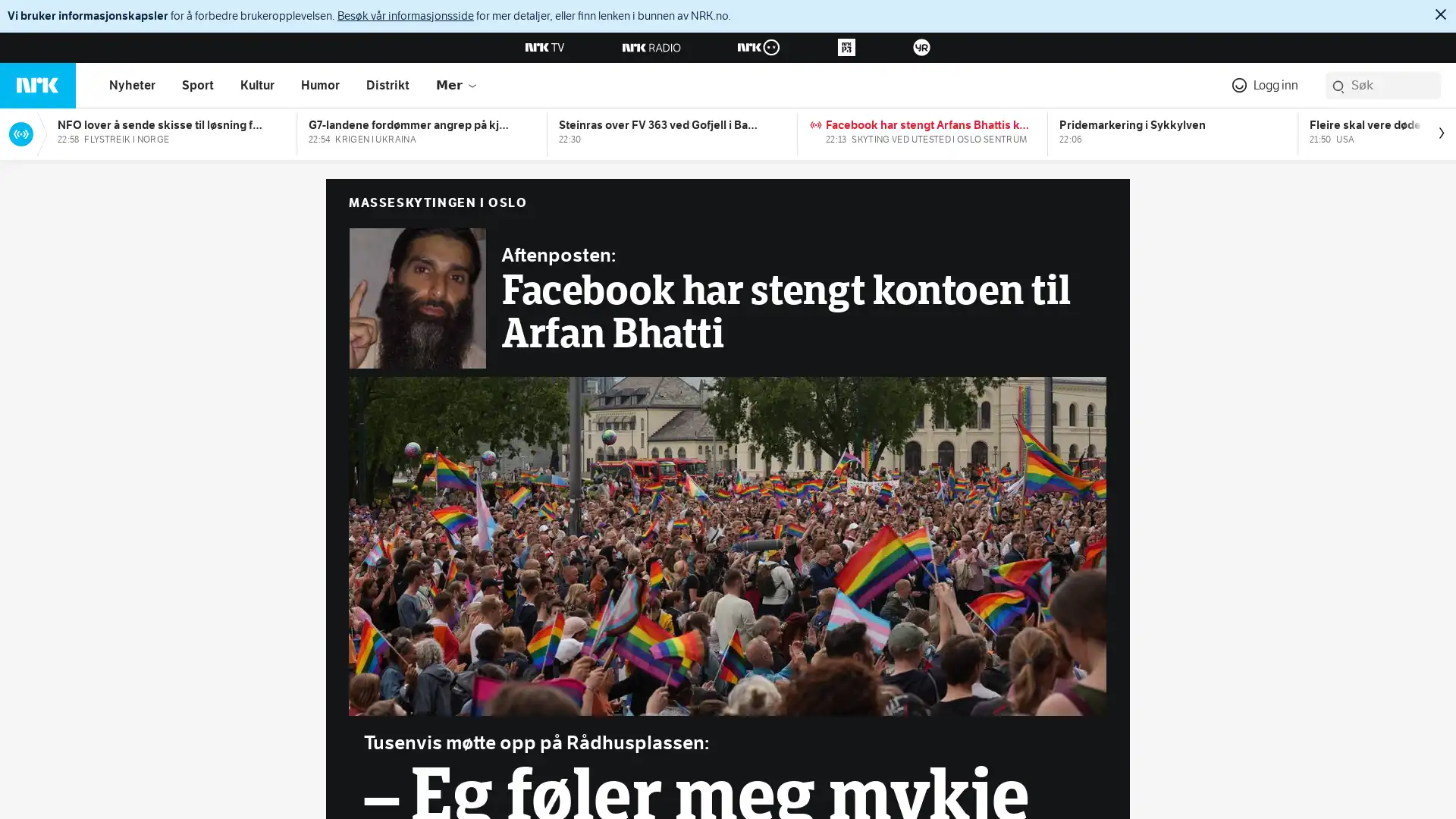  Describe the element at coordinates (171, 130) in the screenshot. I see `NFO lover a sende skisse til lsning fr midnatt PUBLISERT KLOKKEN 22:58 I FLYSTREIK I NORGE` at that location.